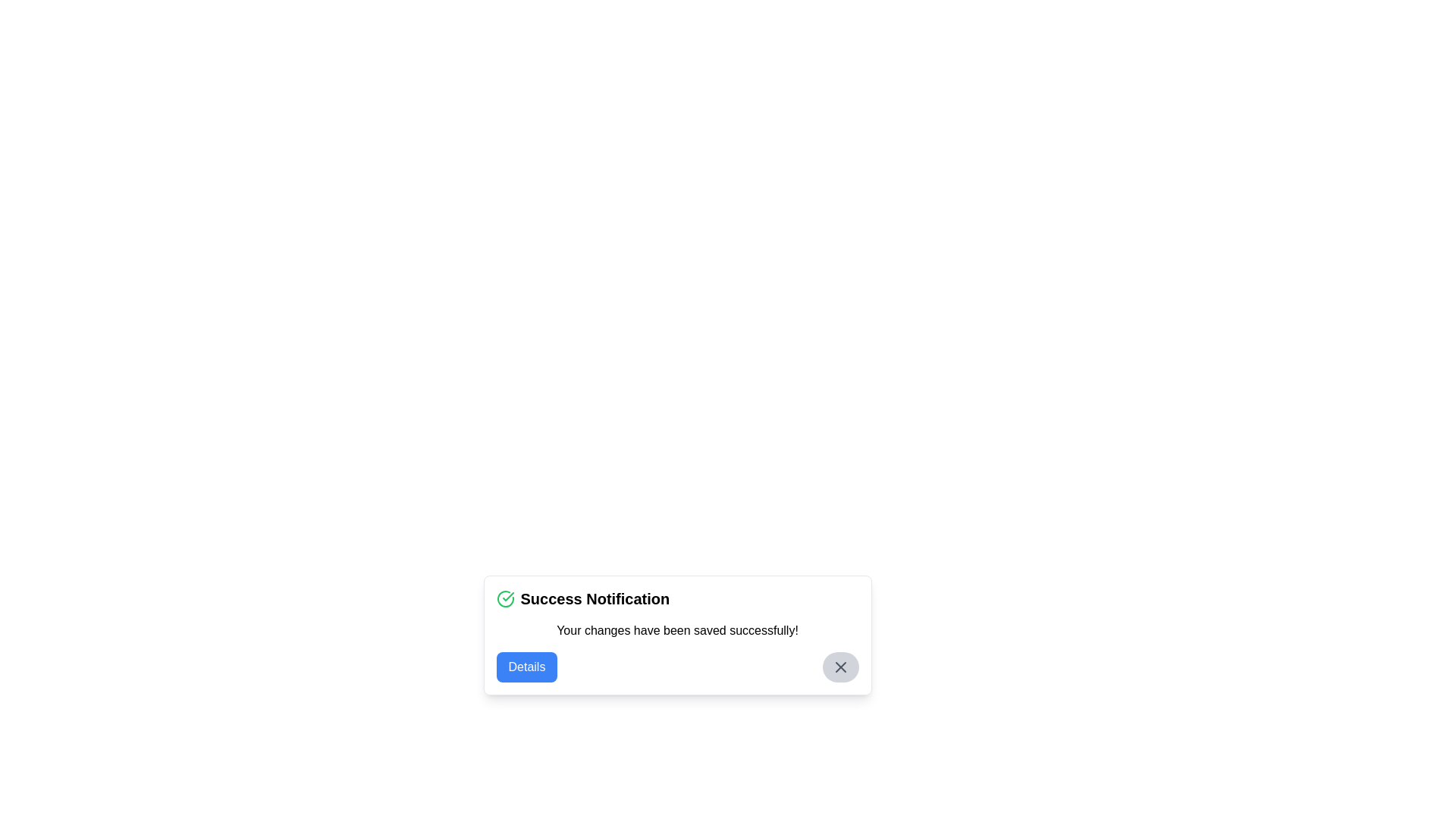 This screenshot has height=819, width=1456. Describe the element at coordinates (527, 666) in the screenshot. I see `the blue 'Details' button with rounded corners` at that location.